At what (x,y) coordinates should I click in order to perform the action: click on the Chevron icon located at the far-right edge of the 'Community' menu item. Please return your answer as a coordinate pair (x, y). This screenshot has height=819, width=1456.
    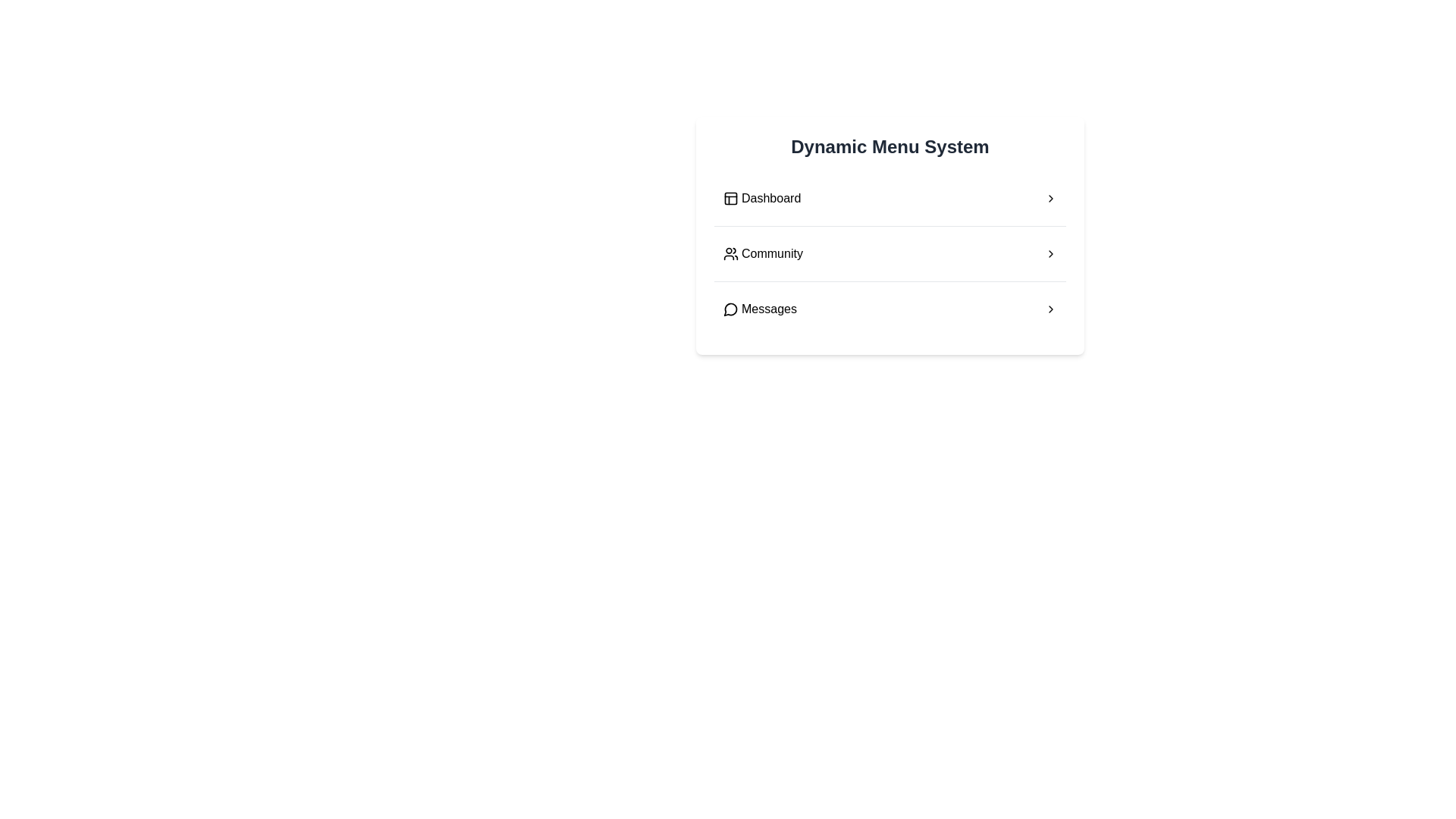
    Looking at the image, I should click on (1050, 253).